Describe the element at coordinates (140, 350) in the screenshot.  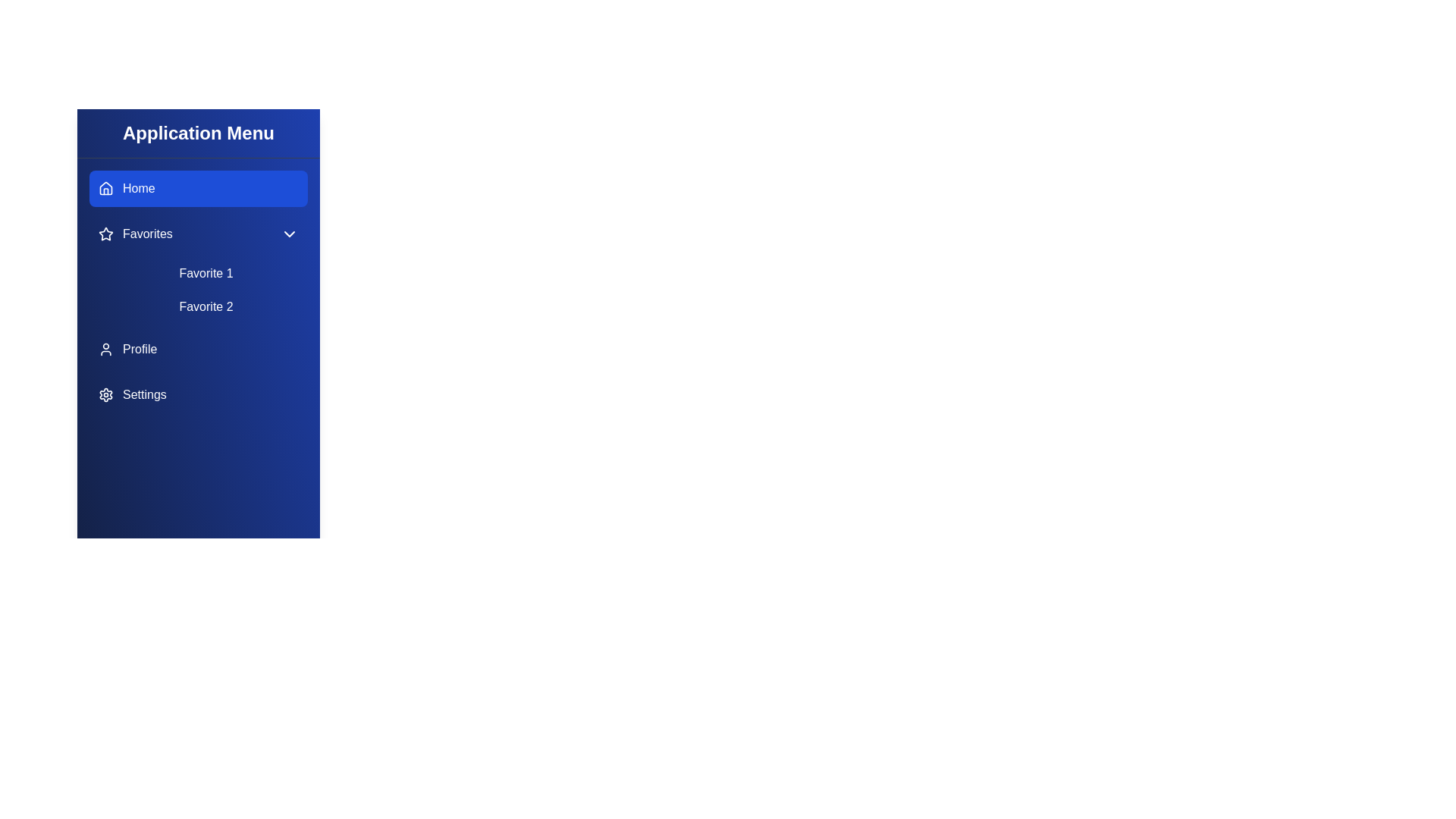
I see `the 'Profile' text label in the sidebar menu, which is positioned under 'Favorites' and above 'Settings', to identify the section of the application menu` at that location.